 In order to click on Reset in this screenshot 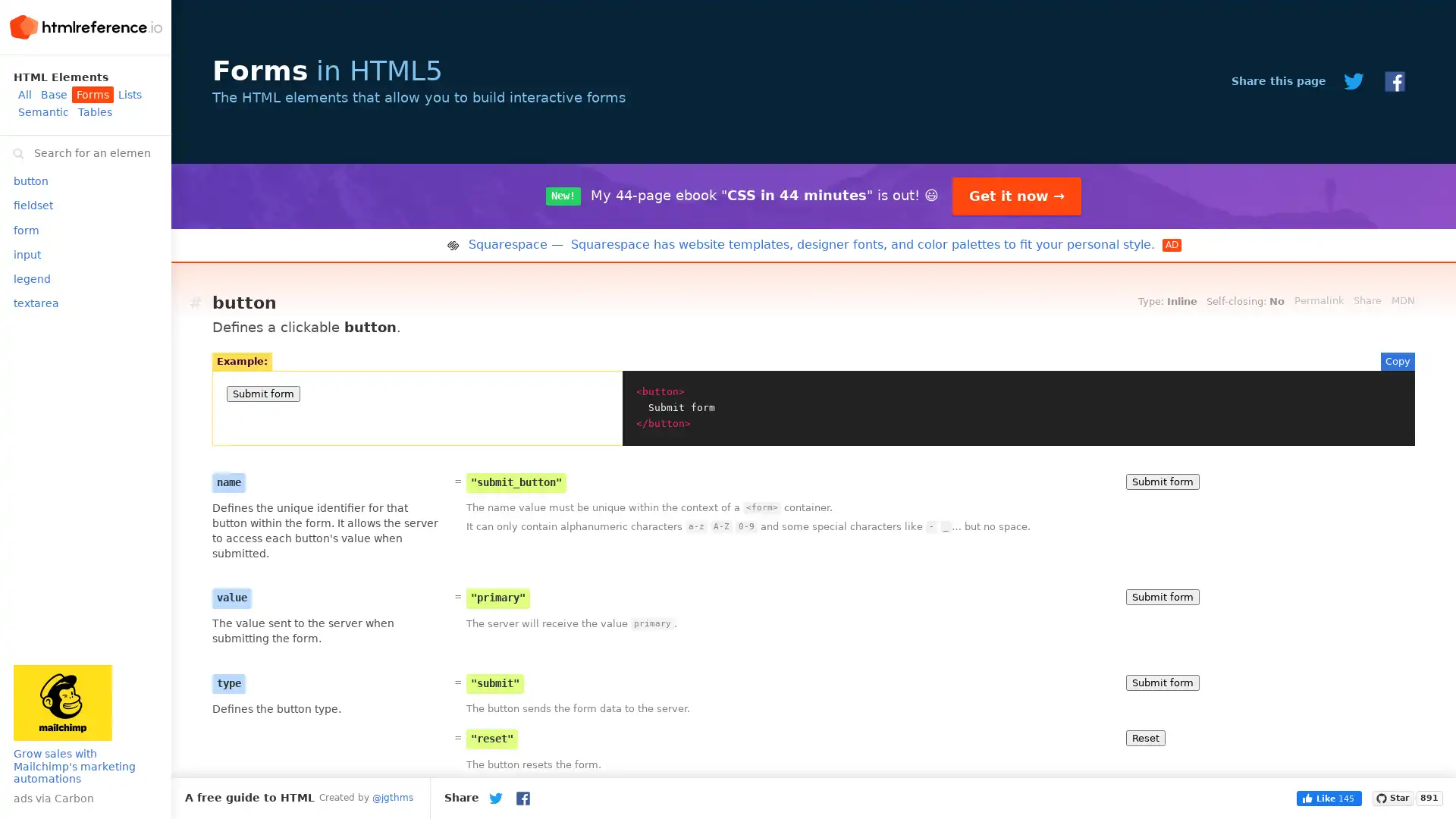, I will do `click(1146, 736)`.